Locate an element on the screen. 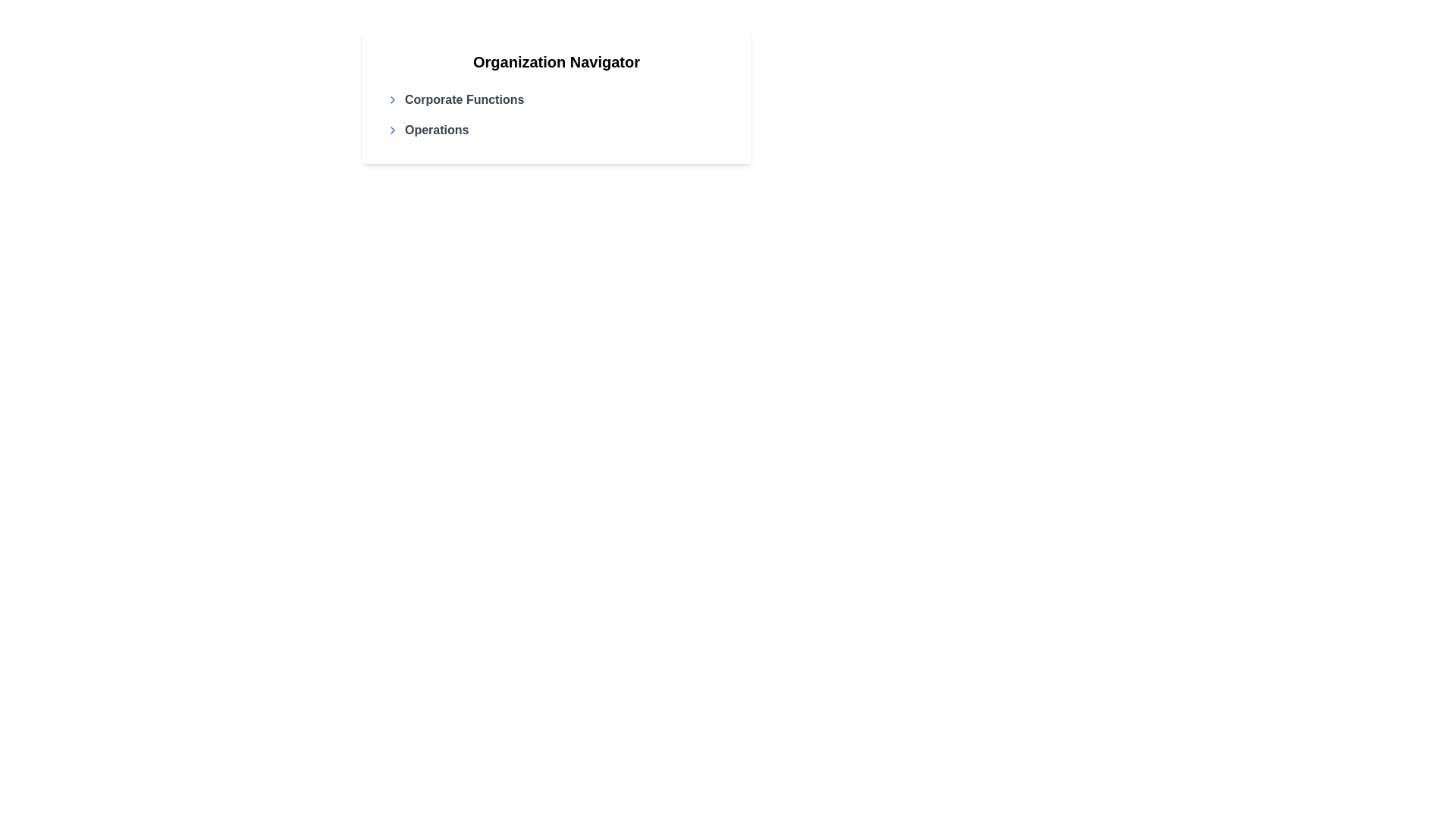 This screenshot has height=819, width=1456. the leading icon for 'Corporate Functions' is located at coordinates (393, 99).